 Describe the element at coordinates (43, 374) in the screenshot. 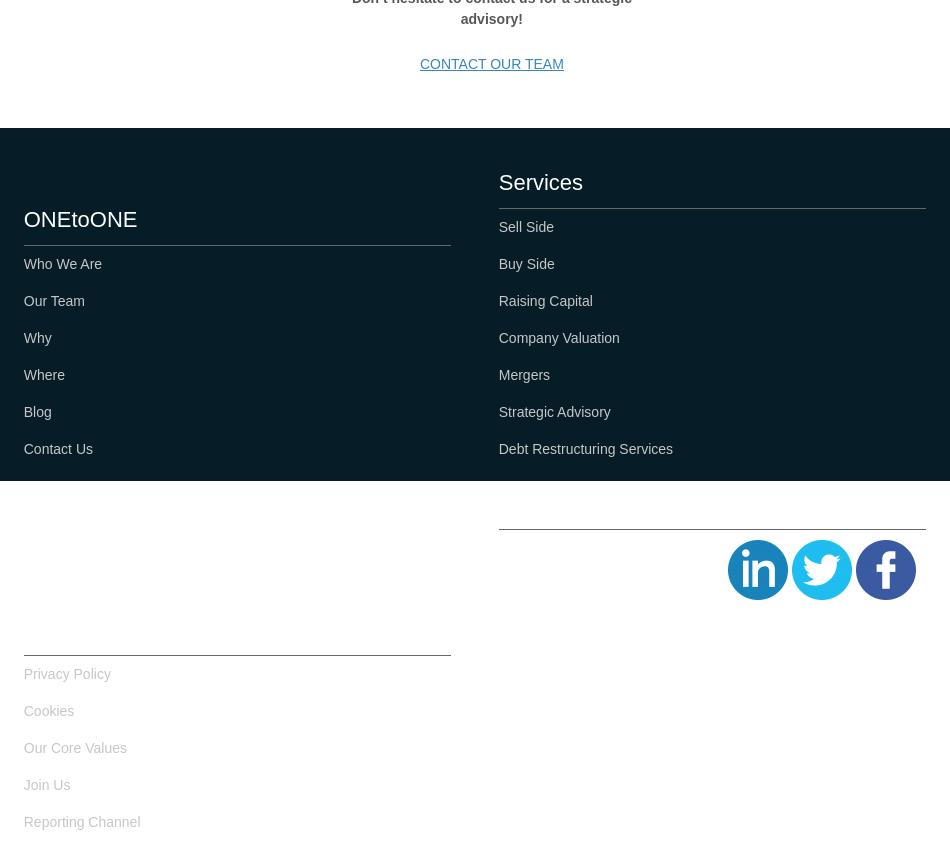

I see `'Where'` at that location.